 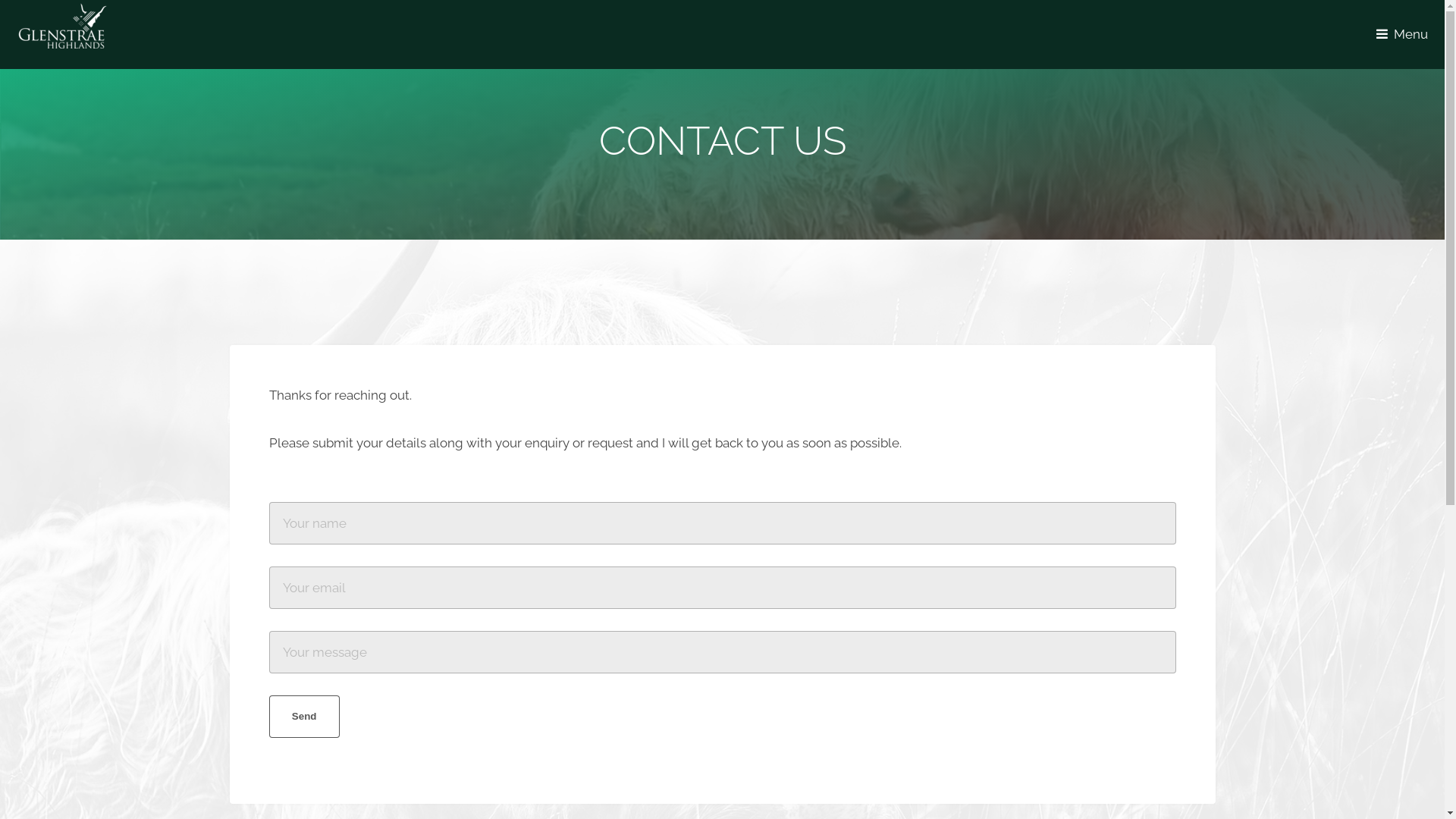 I want to click on 'Send', so click(x=303, y=717).